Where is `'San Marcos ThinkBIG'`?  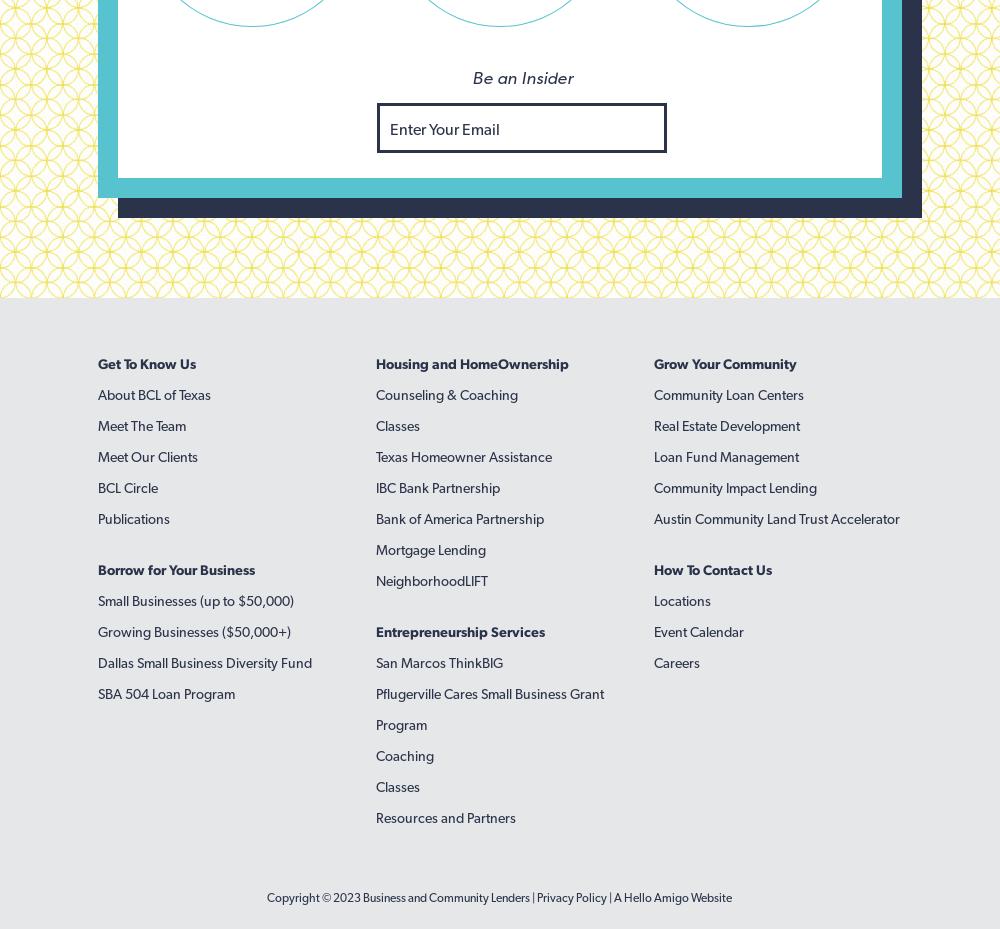
'San Marcos ThinkBIG' is located at coordinates (376, 663).